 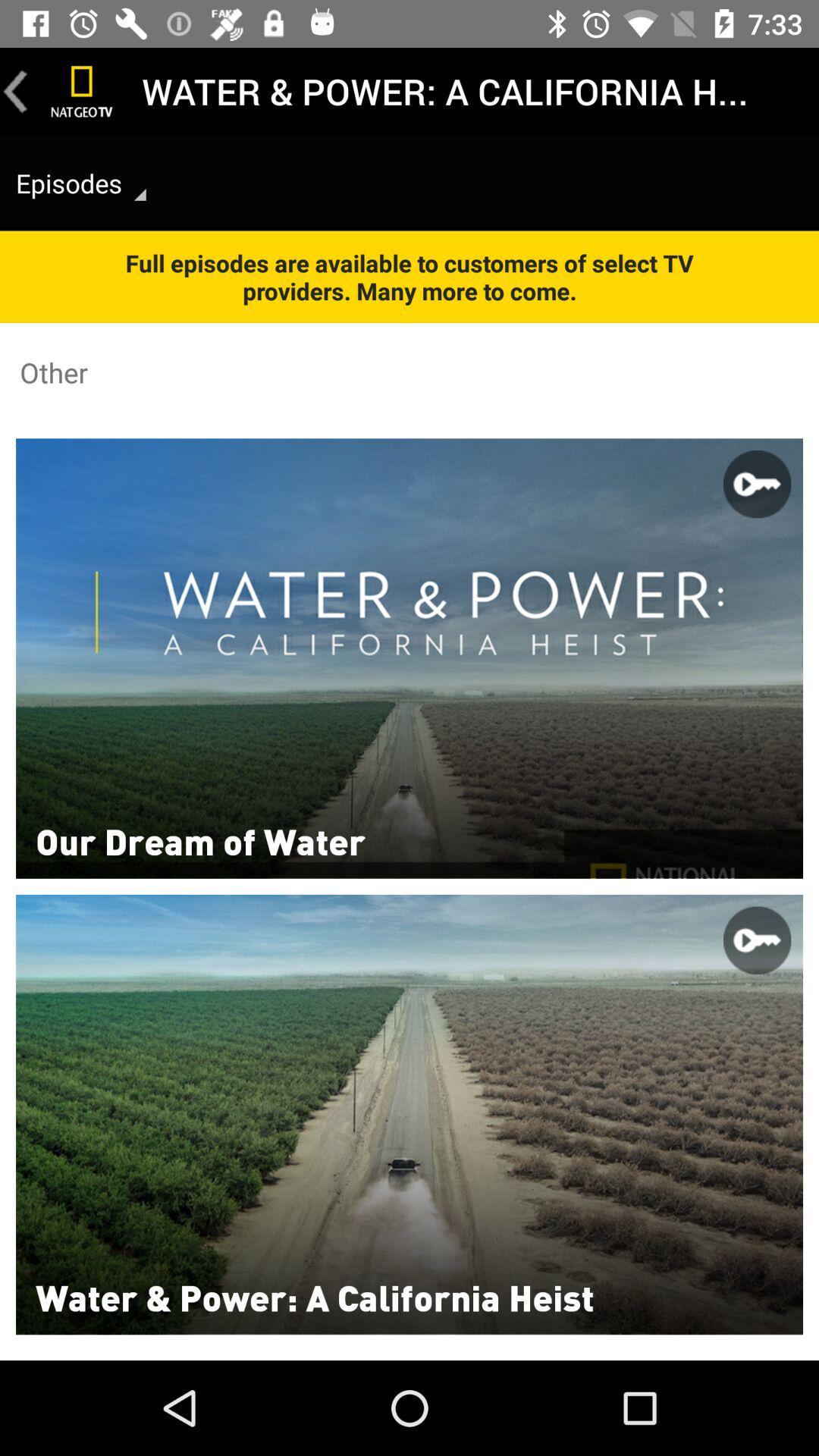 I want to click on the icon which is next to the episodes, so click(x=140, y=194).